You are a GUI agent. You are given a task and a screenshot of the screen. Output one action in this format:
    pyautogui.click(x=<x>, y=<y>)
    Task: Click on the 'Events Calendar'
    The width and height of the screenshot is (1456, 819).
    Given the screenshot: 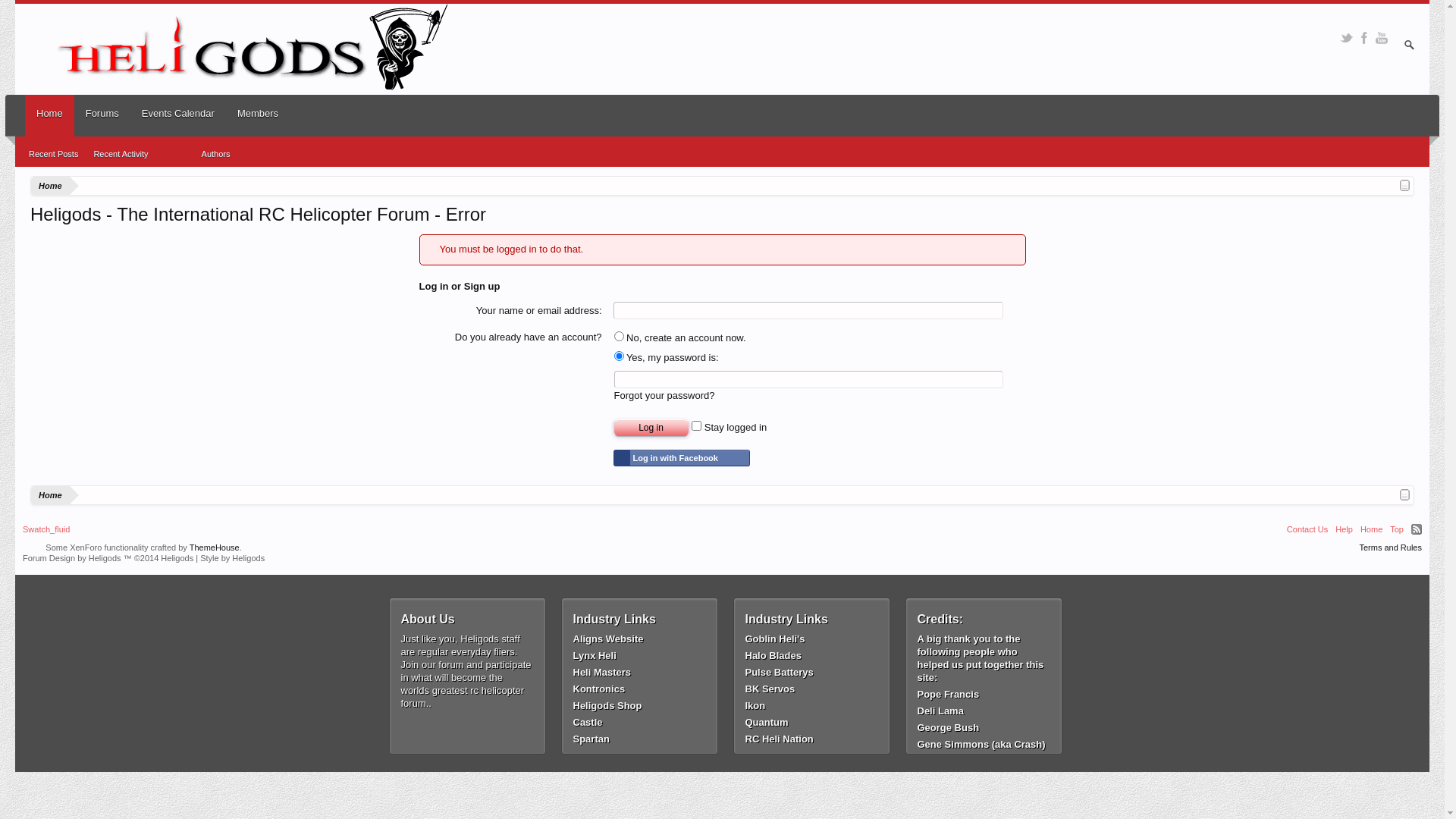 What is the action you would take?
    pyautogui.click(x=178, y=113)
    